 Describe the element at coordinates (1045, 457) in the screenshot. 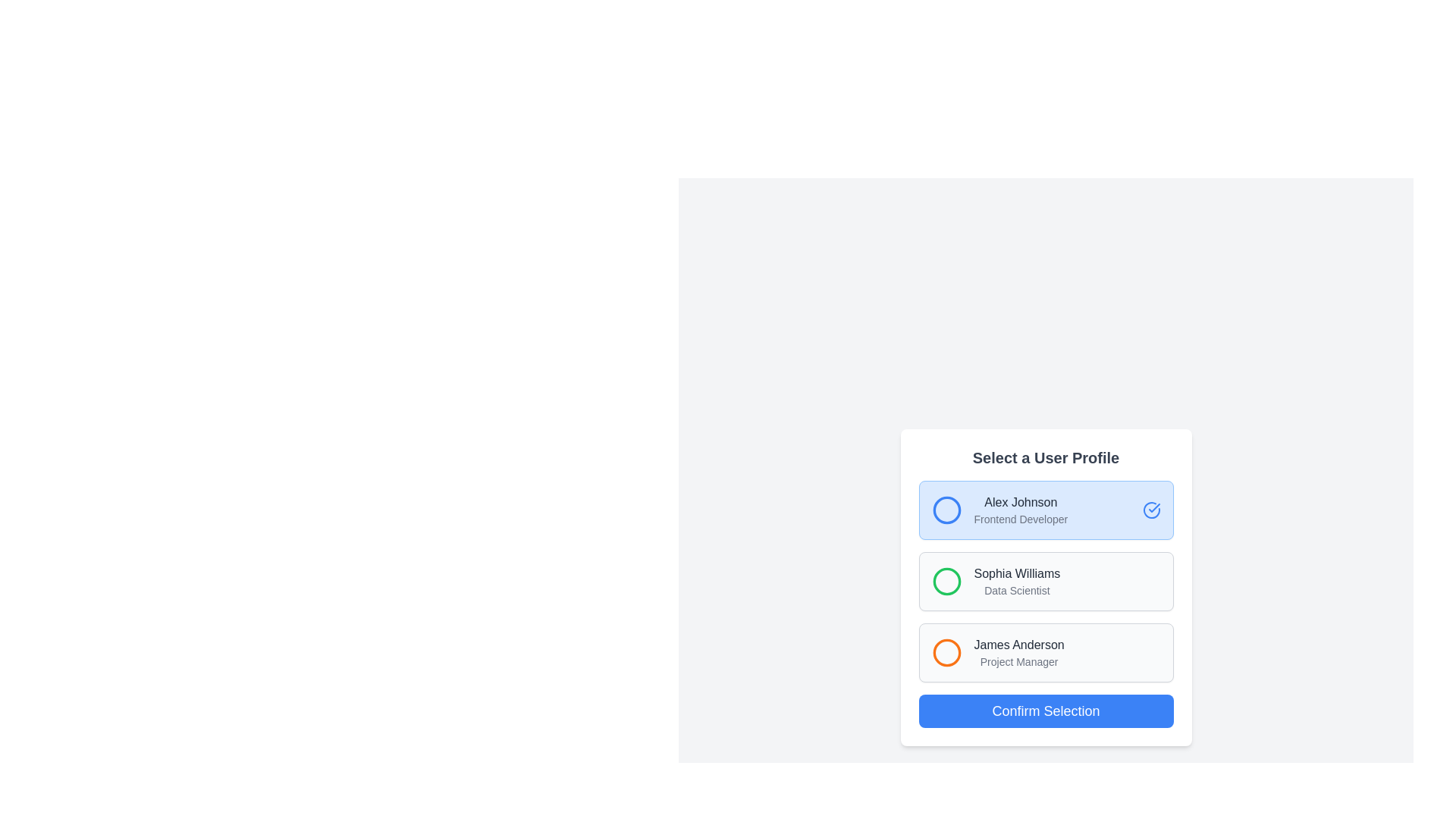

I see `the header text labeled 'Select a User Profile' which is styled in bold gray font and positioned at the top of the user profile selection card` at that location.